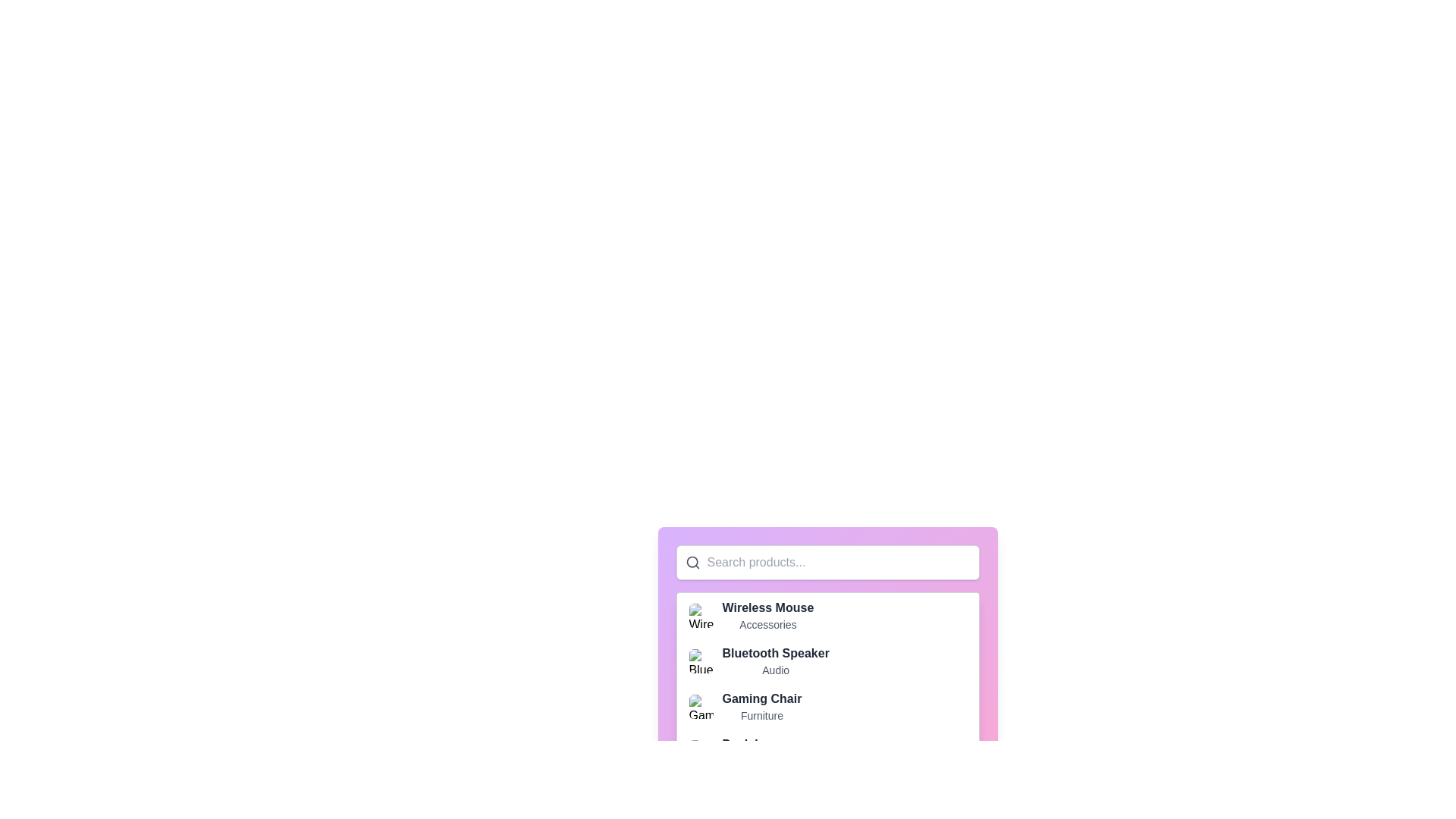 The width and height of the screenshot is (1456, 819). What do you see at coordinates (700, 616) in the screenshot?
I see `the small rounded square image of the 'Wireless Mouse'` at bounding box center [700, 616].